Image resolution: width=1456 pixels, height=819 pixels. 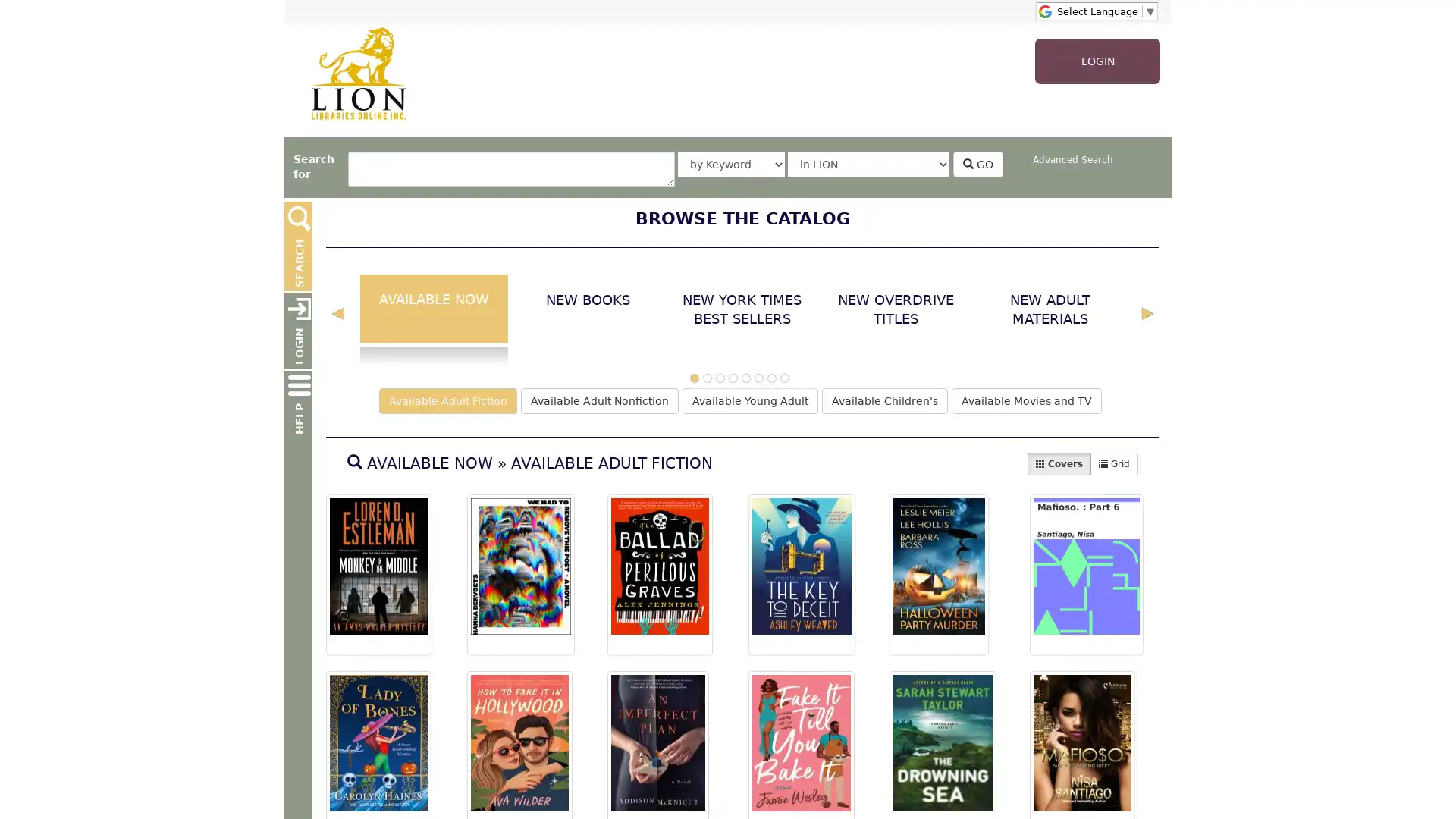 What do you see at coordinates (977, 164) in the screenshot?
I see `GO` at bounding box center [977, 164].